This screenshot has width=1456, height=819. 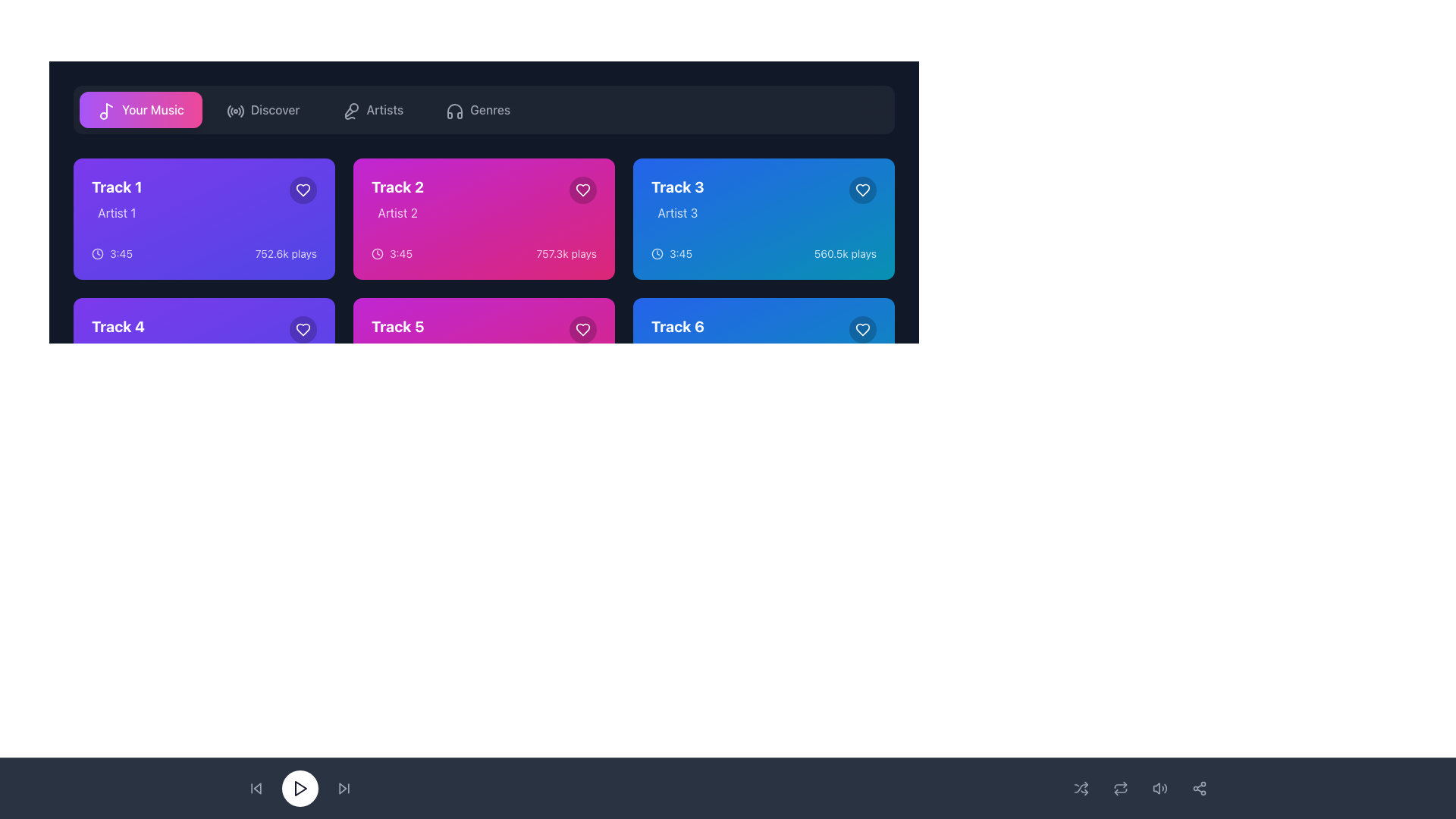 I want to click on the circular button with a semi-transparent dark background and an outlined heart icon in the top-right corner of the 'Track 1' section, so click(x=303, y=189).